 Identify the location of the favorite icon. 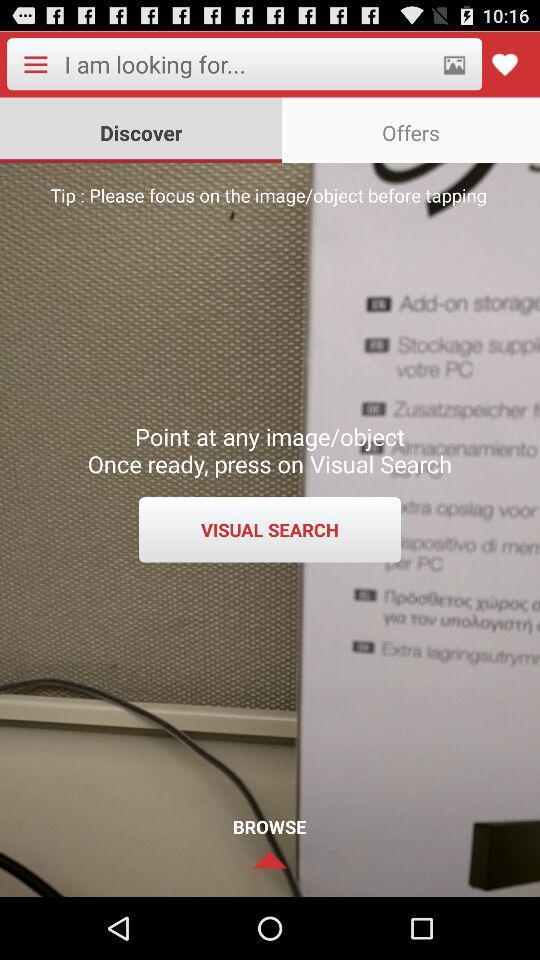
(503, 68).